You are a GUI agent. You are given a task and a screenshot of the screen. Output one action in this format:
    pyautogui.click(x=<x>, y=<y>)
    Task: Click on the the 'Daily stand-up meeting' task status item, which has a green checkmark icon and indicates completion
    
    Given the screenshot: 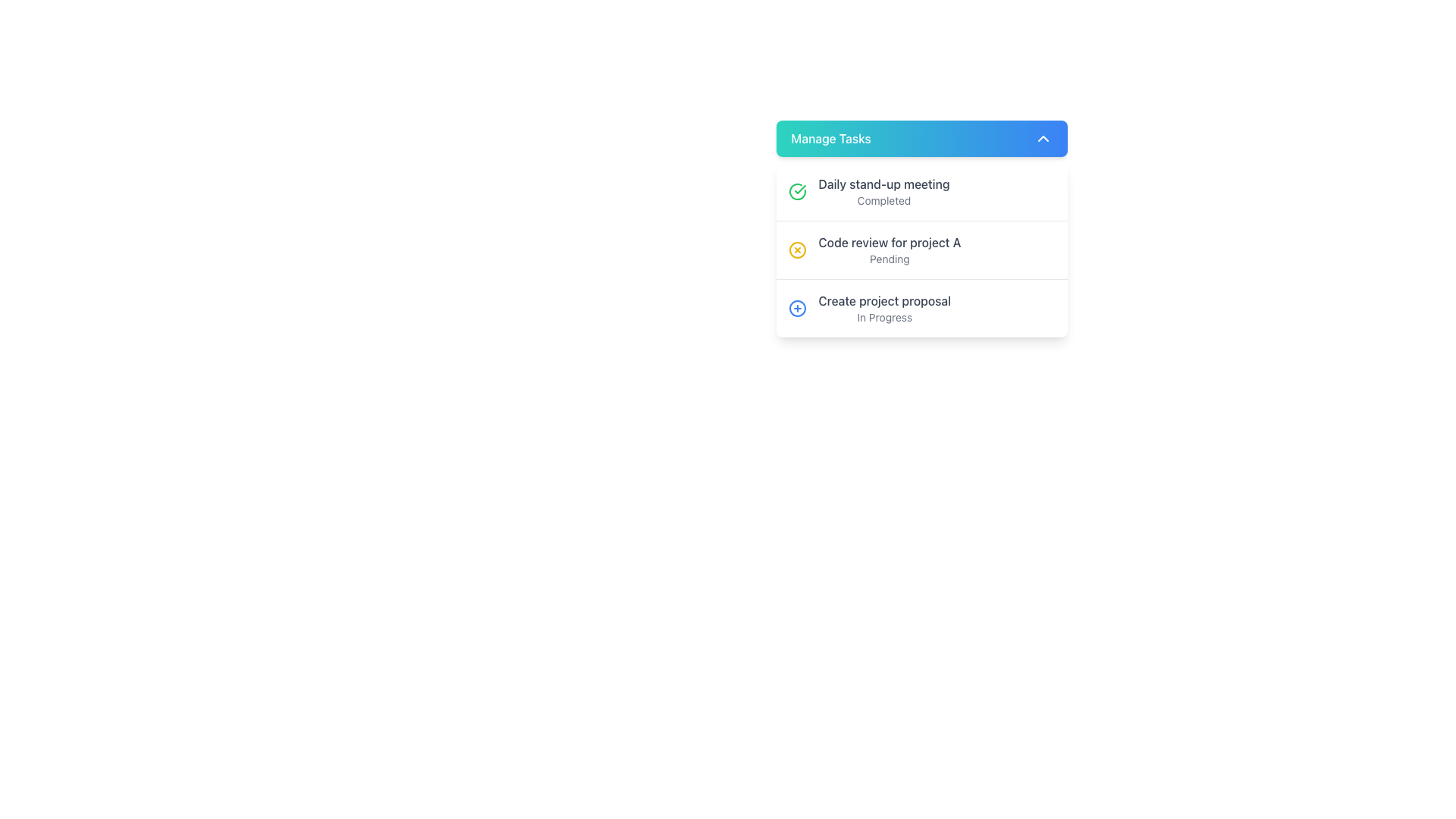 What is the action you would take?
    pyautogui.click(x=921, y=191)
    